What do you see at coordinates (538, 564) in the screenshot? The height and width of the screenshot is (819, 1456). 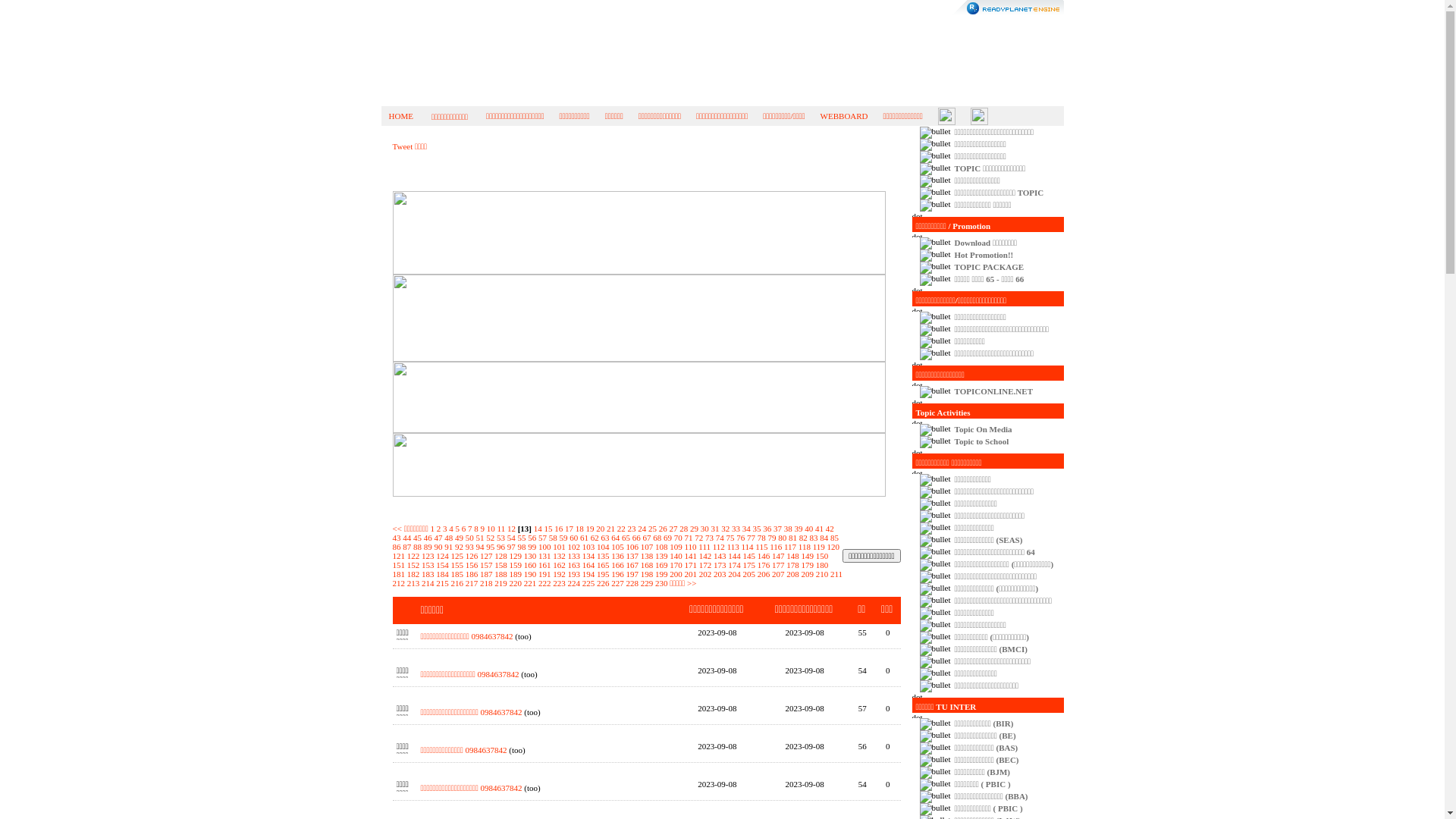 I see `'161'` at bounding box center [538, 564].